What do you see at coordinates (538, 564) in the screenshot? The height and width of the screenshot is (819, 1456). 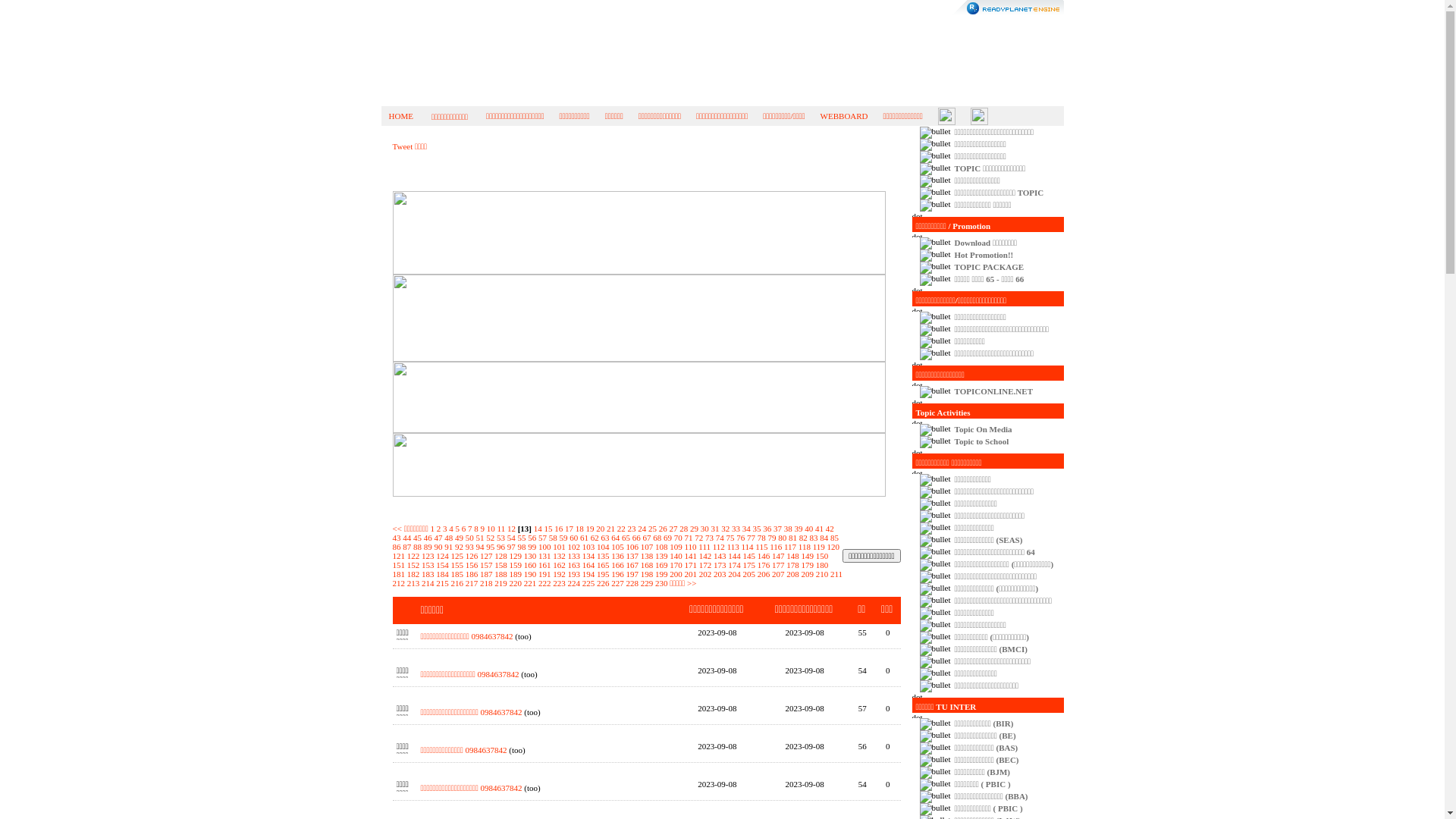 I see `'161'` at bounding box center [538, 564].